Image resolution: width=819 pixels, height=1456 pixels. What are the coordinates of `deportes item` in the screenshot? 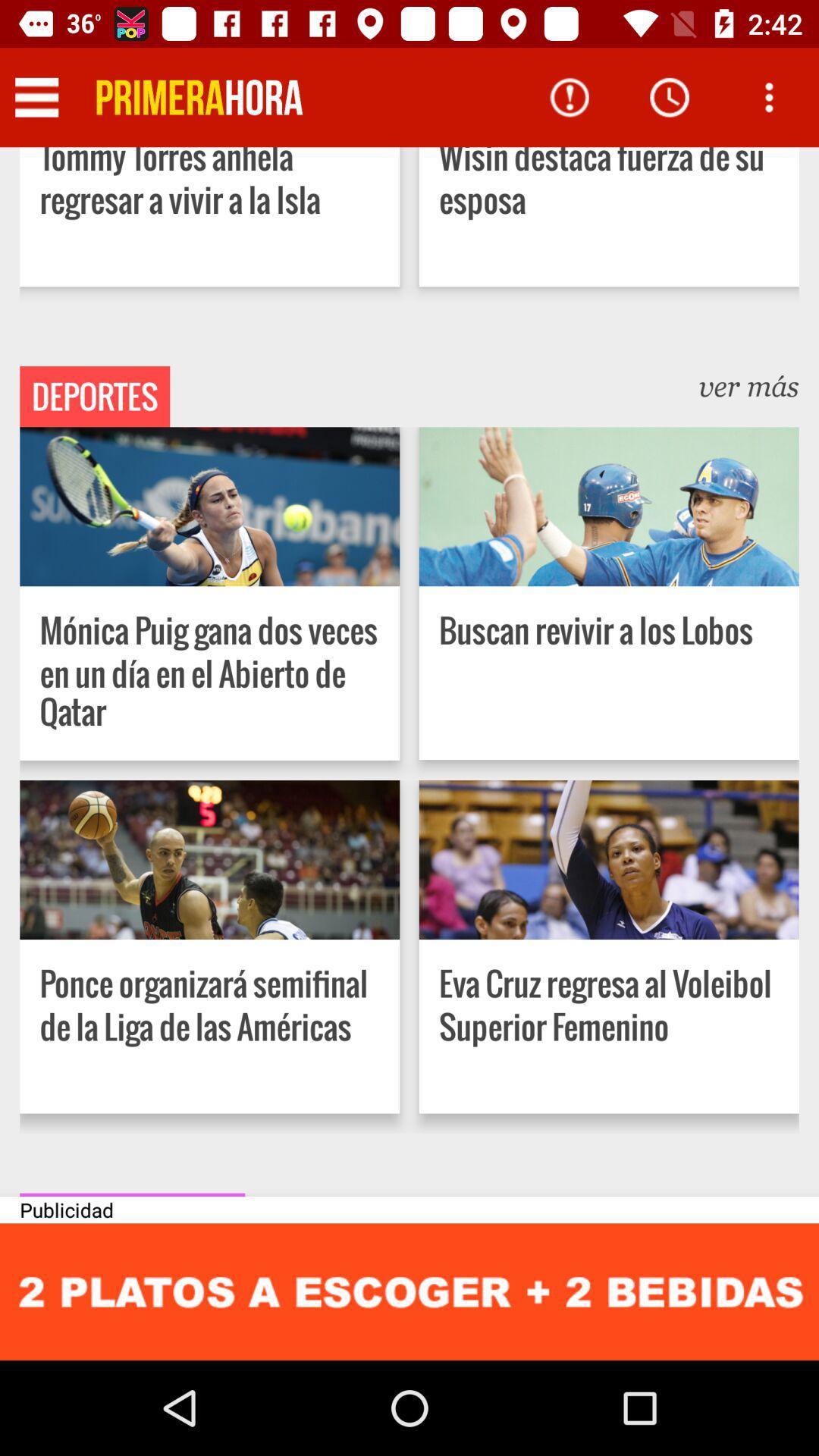 It's located at (95, 397).